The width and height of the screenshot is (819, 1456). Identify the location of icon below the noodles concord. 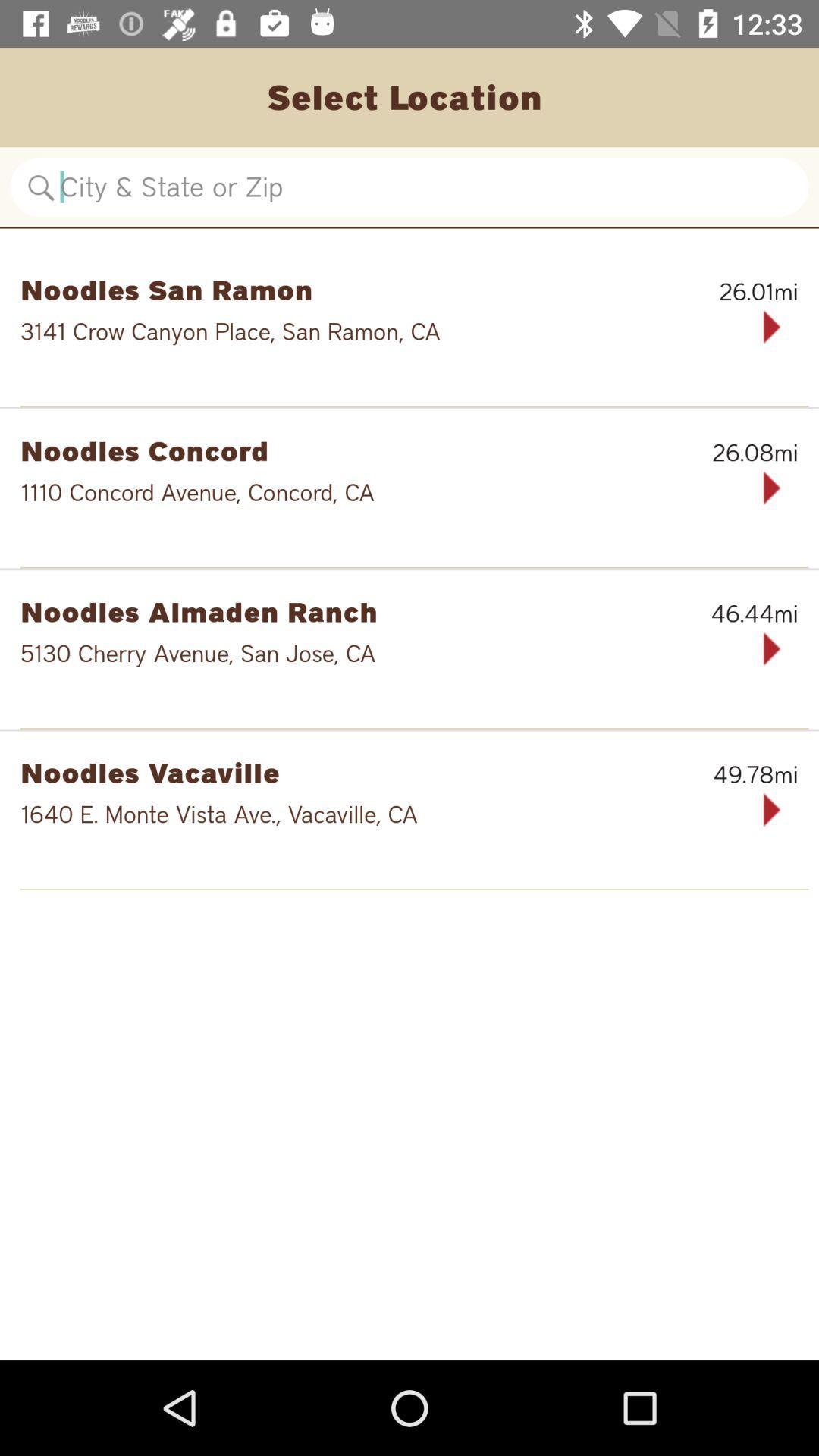
(361, 492).